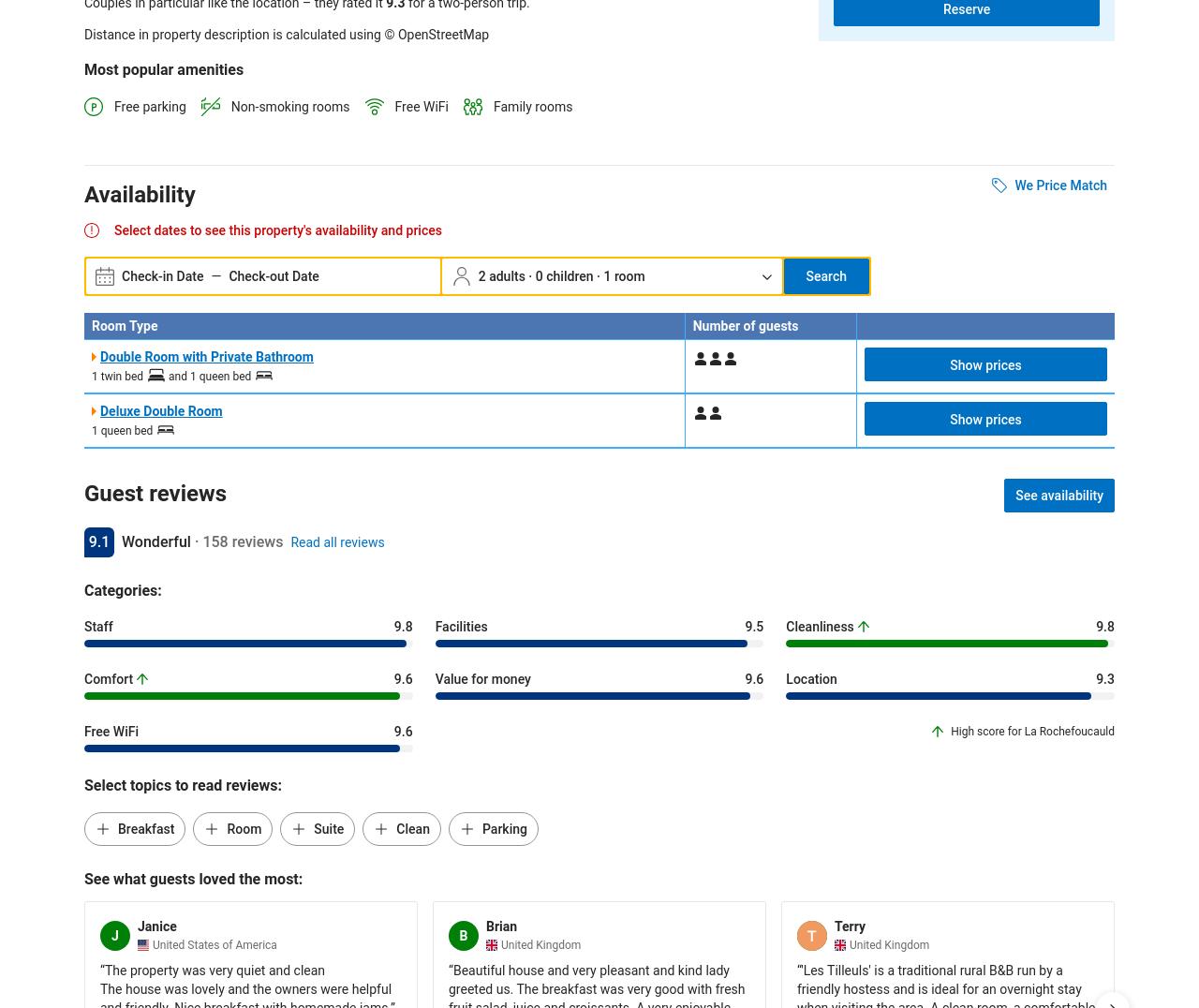 This screenshot has width=1199, height=1008. Describe the element at coordinates (825, 275) in the screenshot. I see `'Search'` at that location.